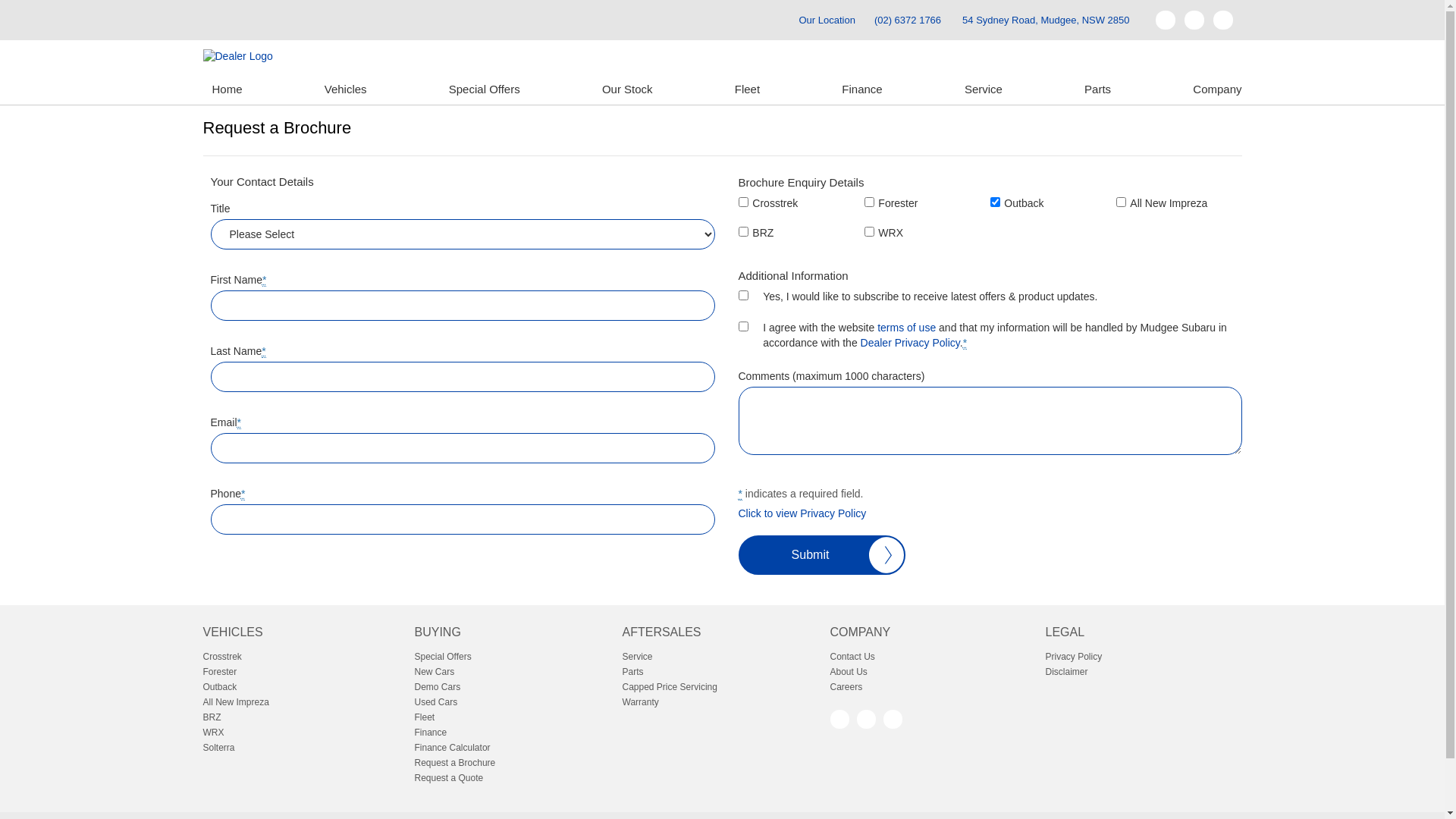 Image resolution: width=1456 pixels, height=819 pixels. I want to click on 'Our Stock', so click(592, 89).